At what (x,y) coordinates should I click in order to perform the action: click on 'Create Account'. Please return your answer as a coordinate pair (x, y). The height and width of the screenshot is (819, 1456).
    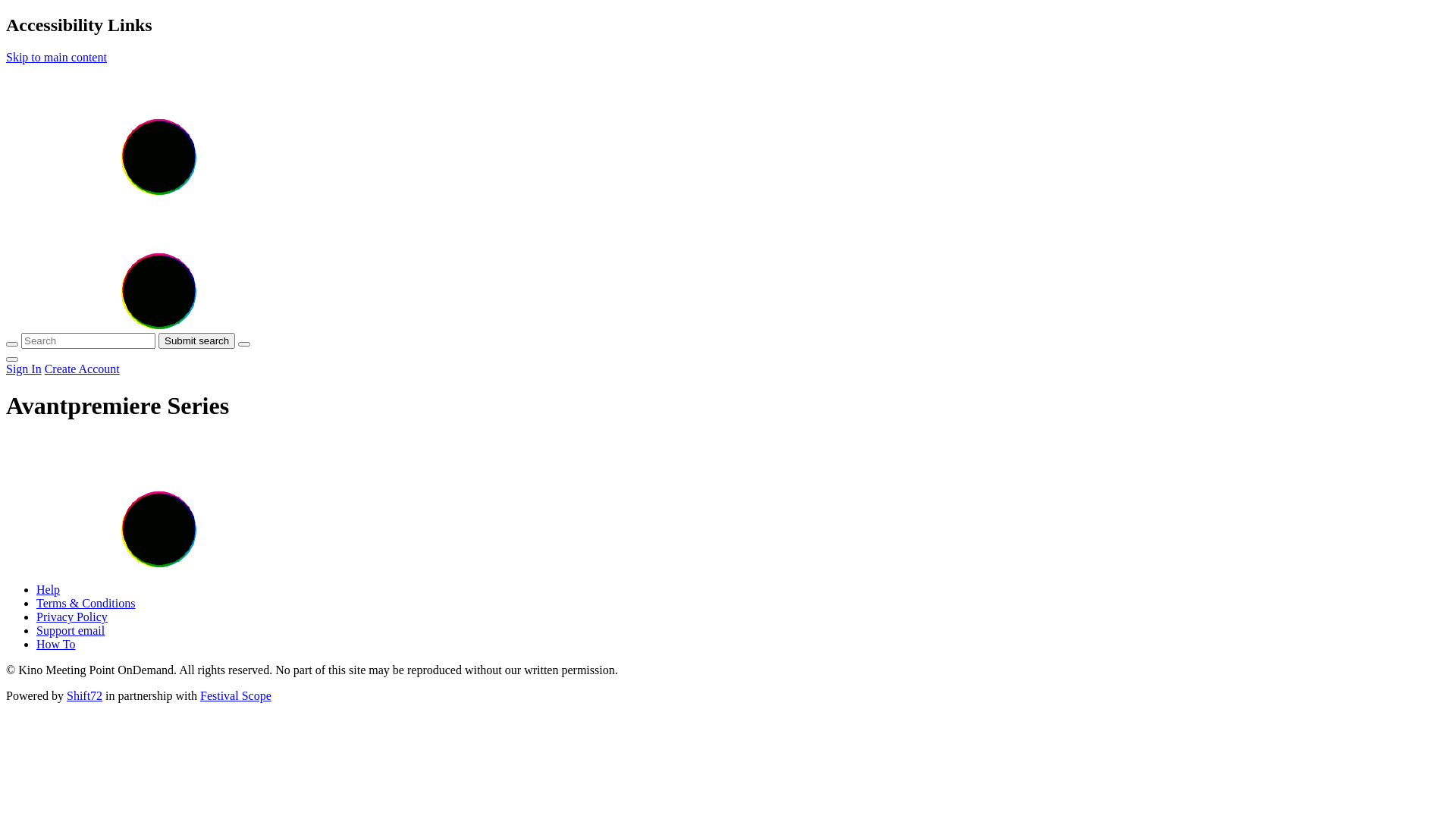
    Looking at the image, I should click on (81, 369).